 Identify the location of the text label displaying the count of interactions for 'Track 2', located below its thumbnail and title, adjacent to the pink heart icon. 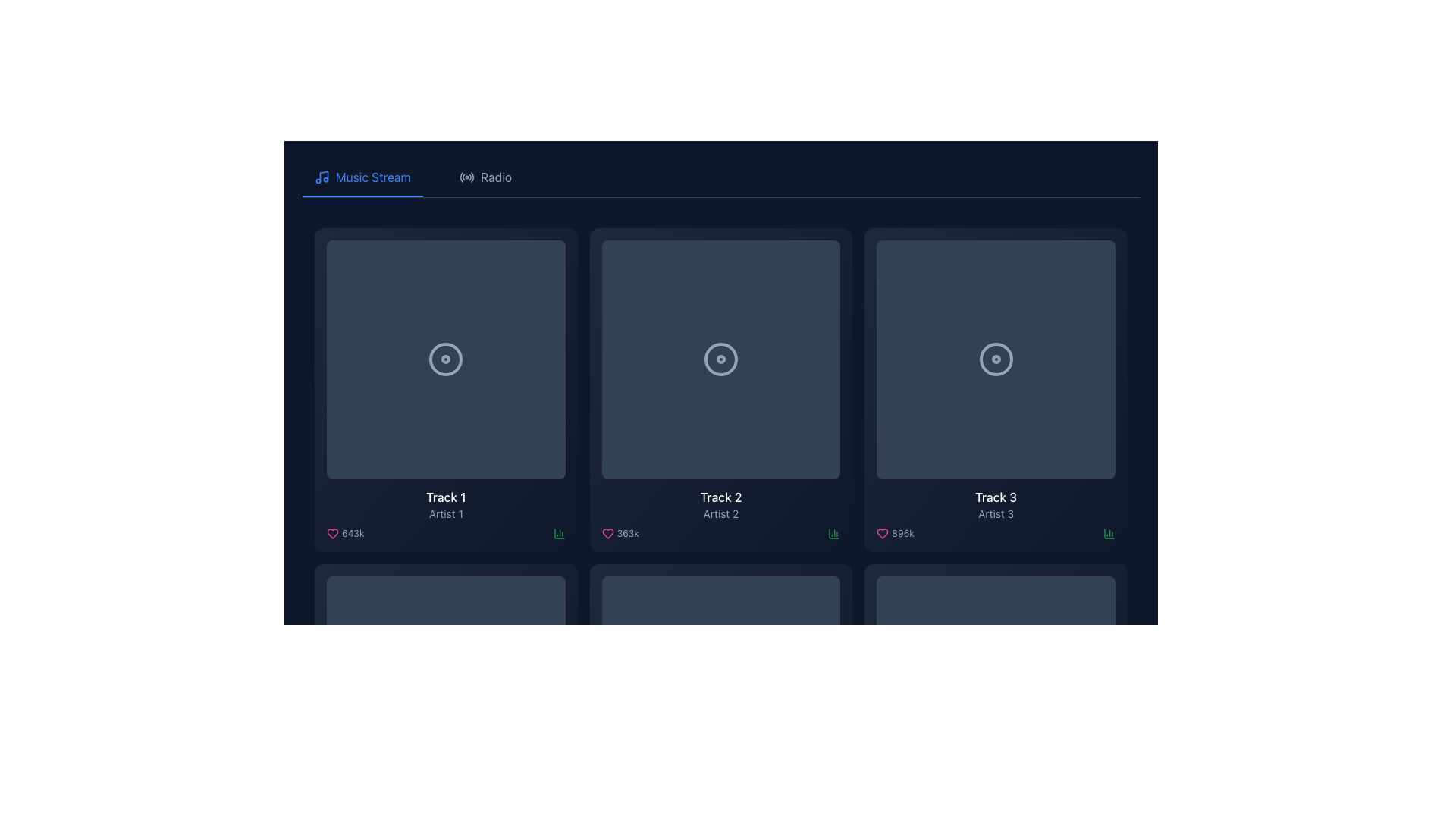
(628, 532).